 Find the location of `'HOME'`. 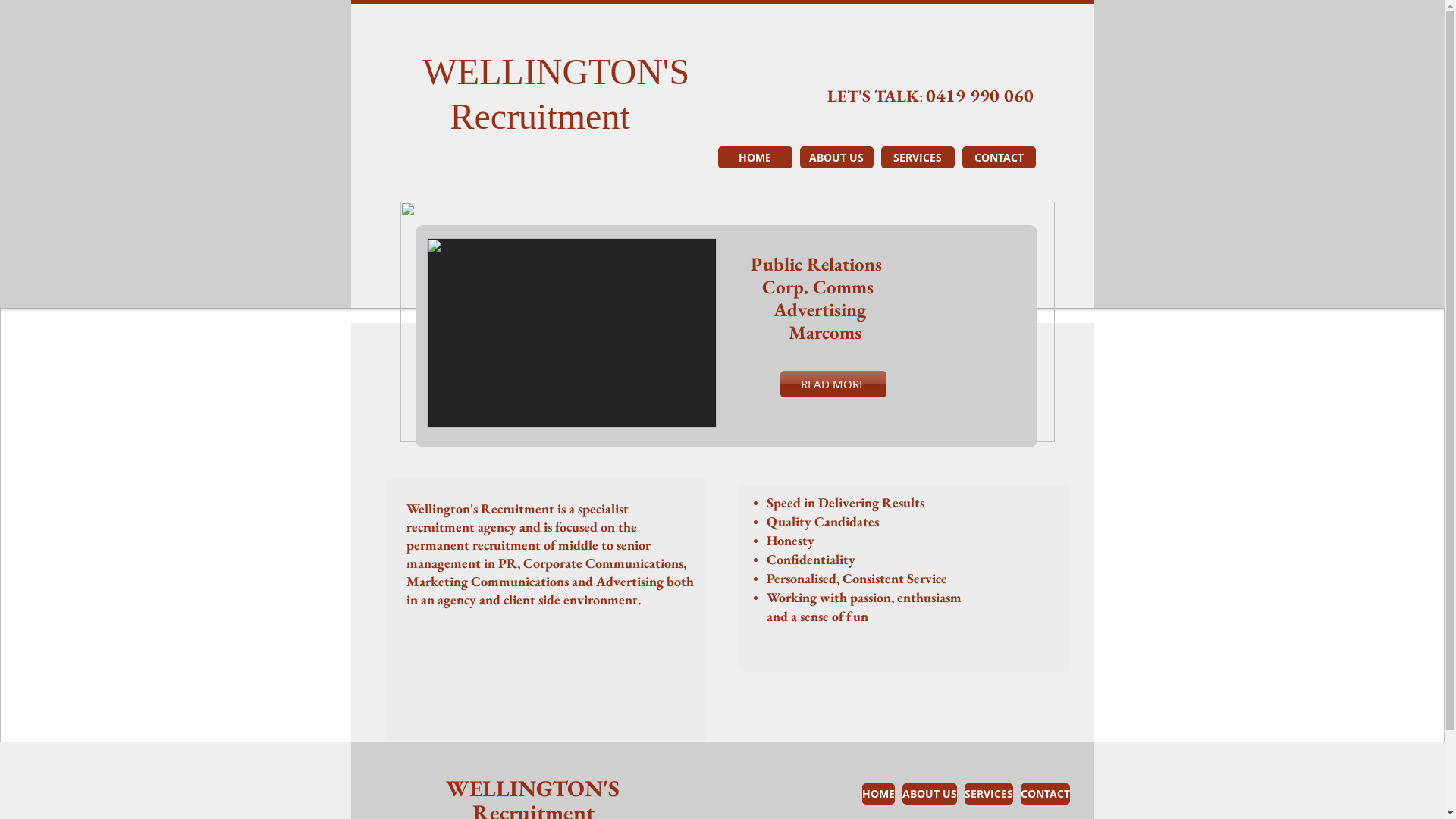

'HOME' is located at coordinates (754, 157).